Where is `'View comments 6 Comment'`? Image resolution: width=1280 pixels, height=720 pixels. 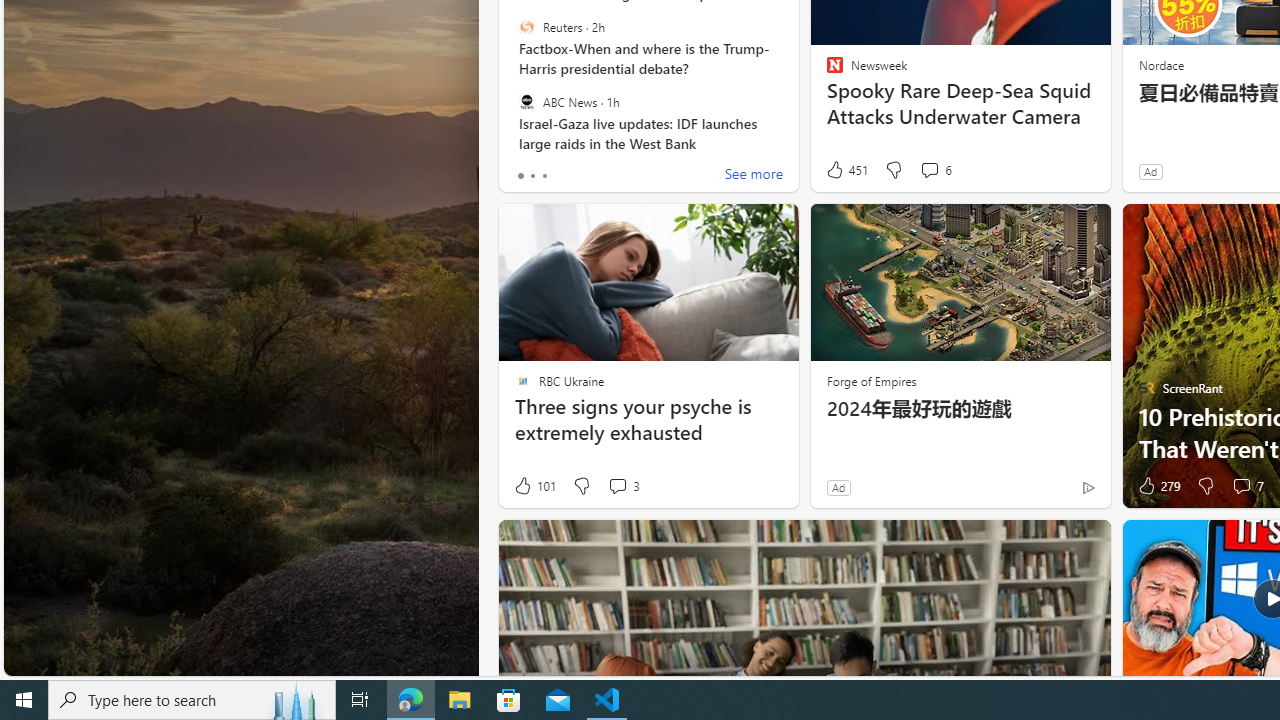 'View comments 6 Comment' is located at coordinates (934, 169).